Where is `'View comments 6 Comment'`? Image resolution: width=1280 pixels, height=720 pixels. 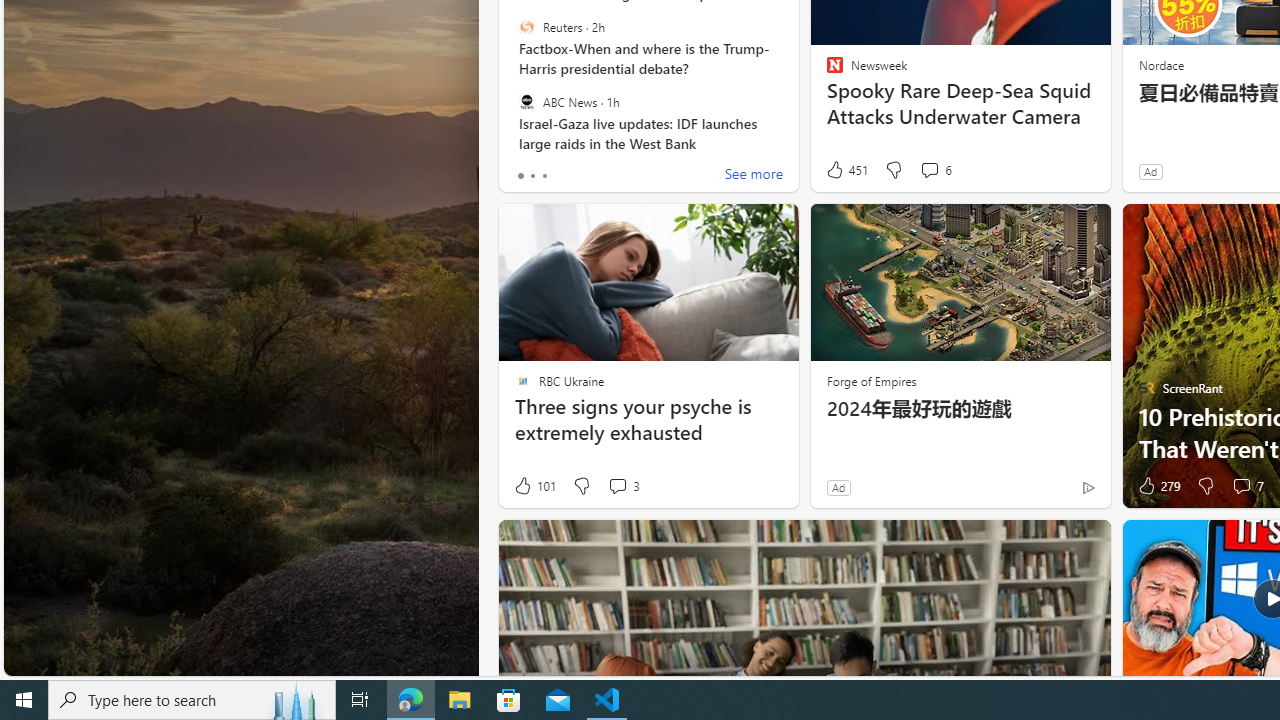 'View comments 6 Comment' is located at coordinates (934, 169).